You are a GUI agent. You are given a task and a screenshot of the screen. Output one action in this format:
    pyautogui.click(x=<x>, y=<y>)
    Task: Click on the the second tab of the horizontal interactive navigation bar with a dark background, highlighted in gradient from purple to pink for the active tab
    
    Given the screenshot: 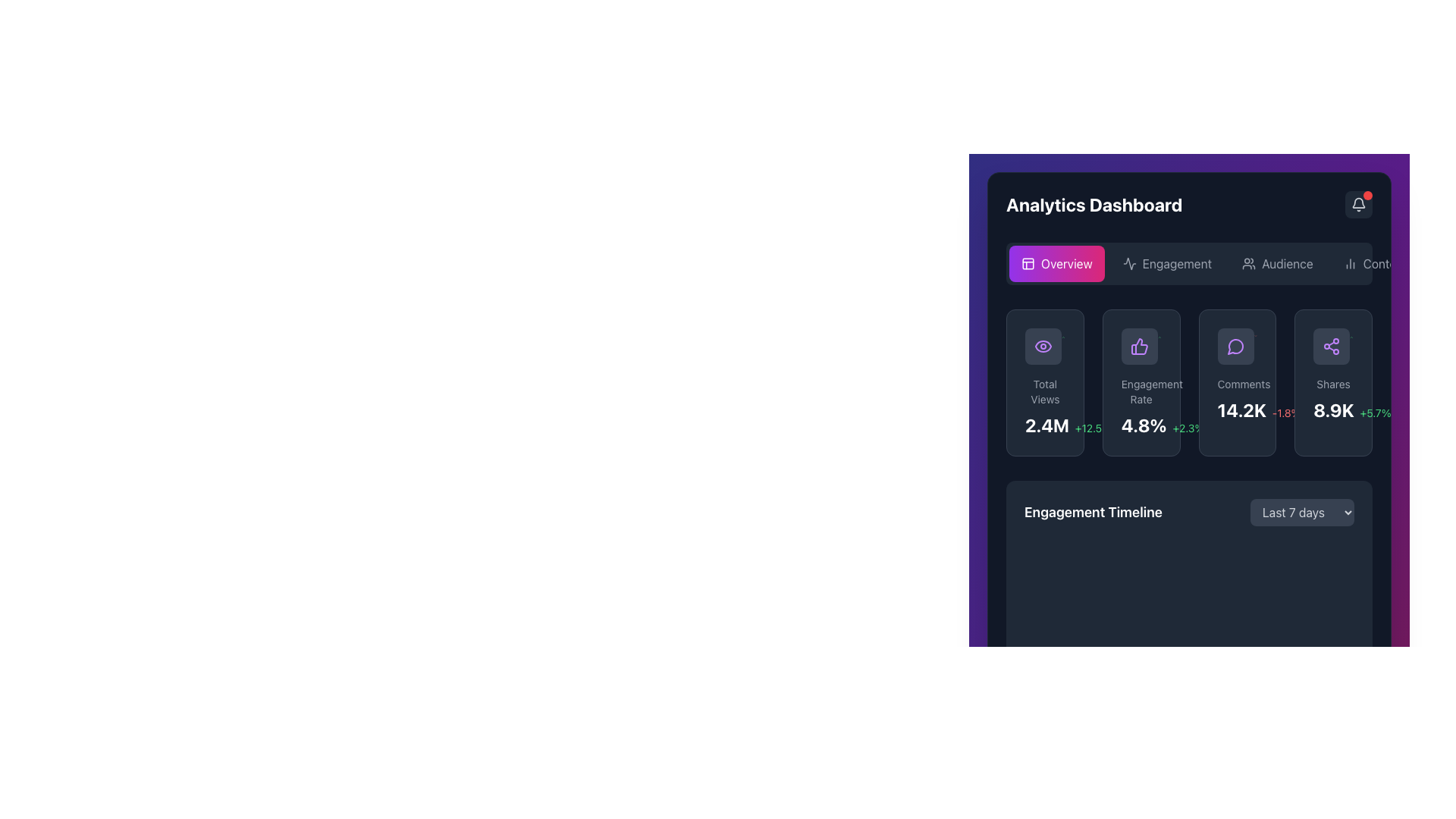 What is the action you would take?
    pyautogui.click(x=1188, y=262)
    